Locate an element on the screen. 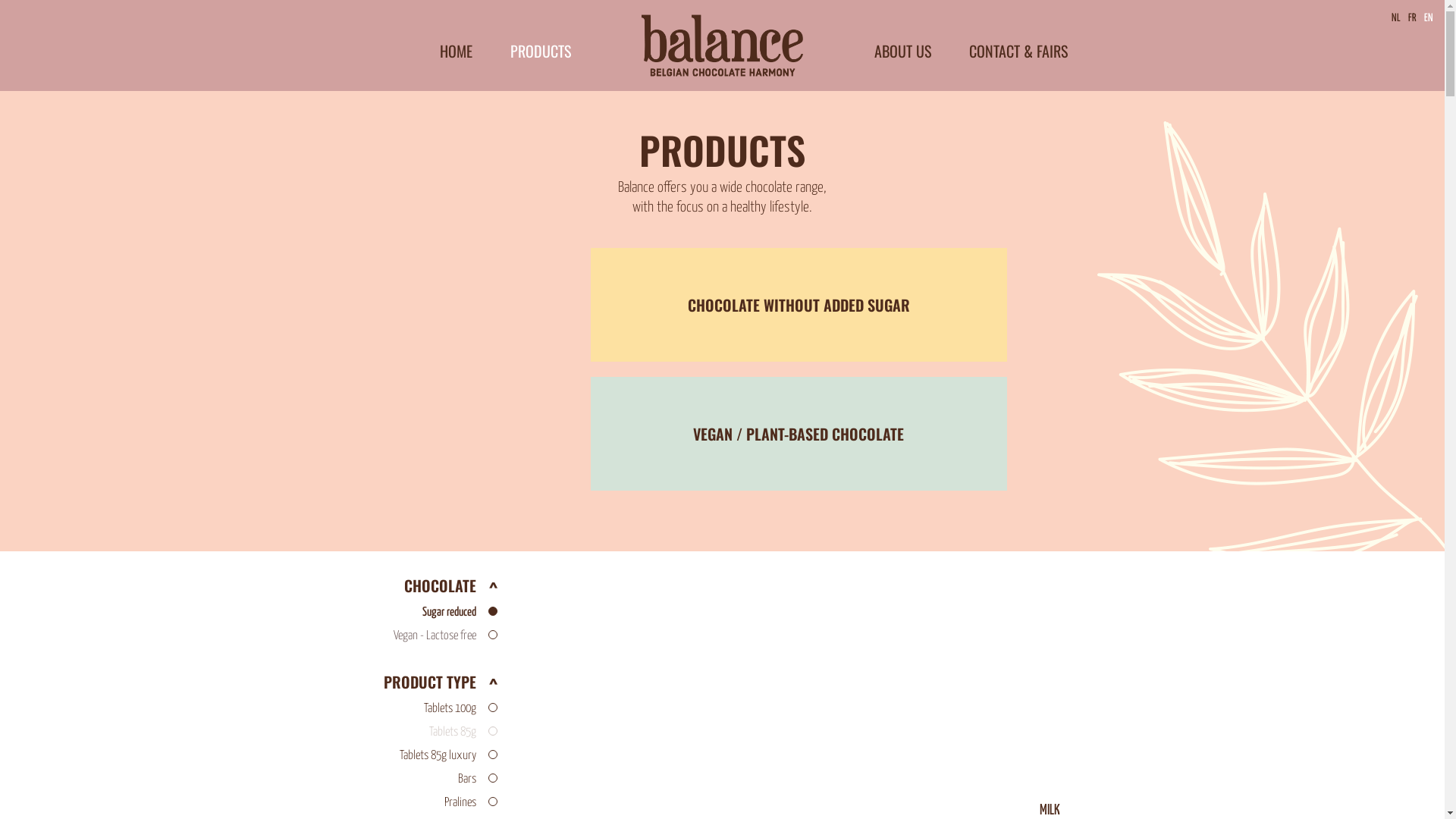  'Pralines' is located at coordinates (397, 802).